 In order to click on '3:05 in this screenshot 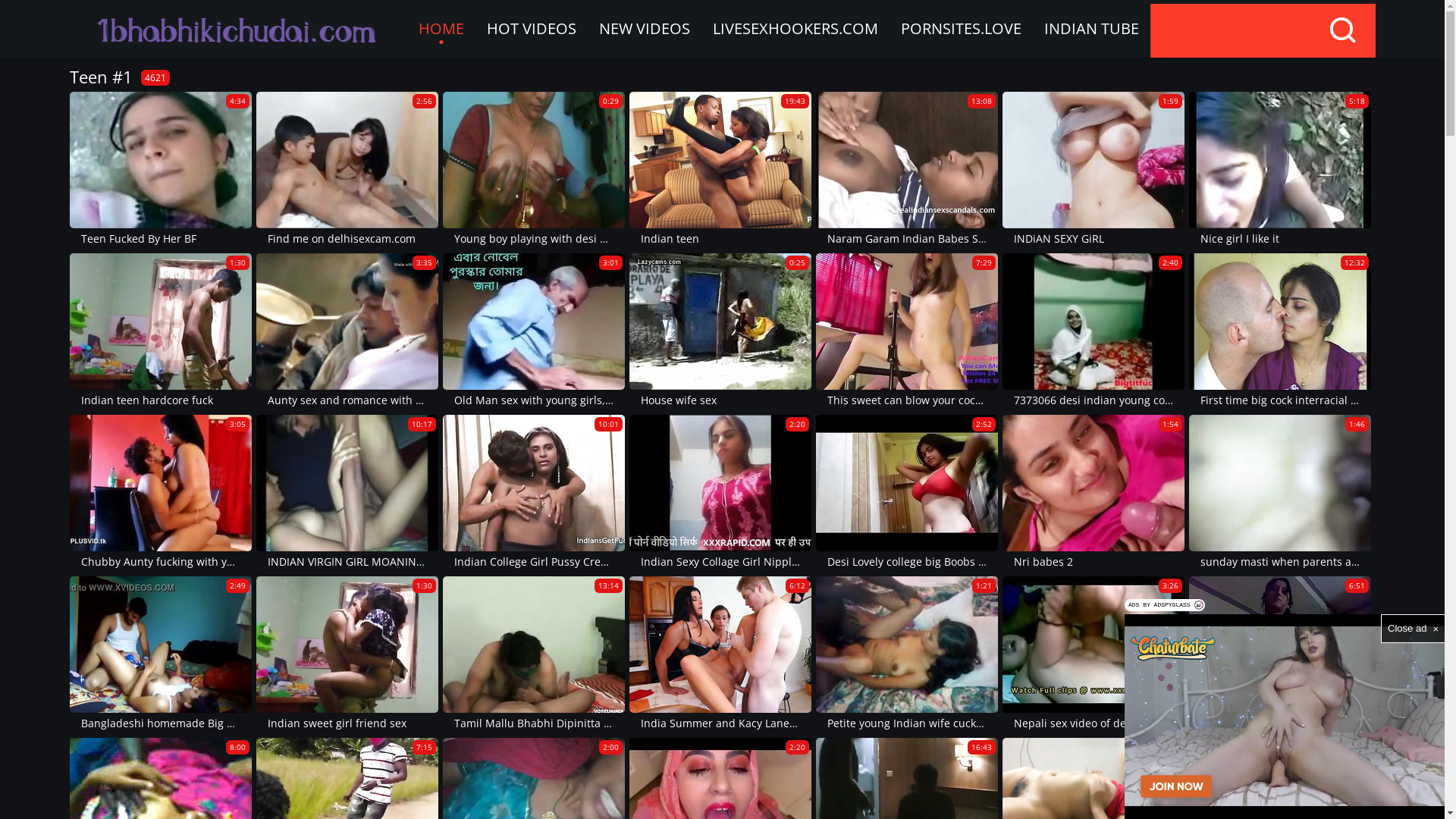, I will do `click(160, 493)`.